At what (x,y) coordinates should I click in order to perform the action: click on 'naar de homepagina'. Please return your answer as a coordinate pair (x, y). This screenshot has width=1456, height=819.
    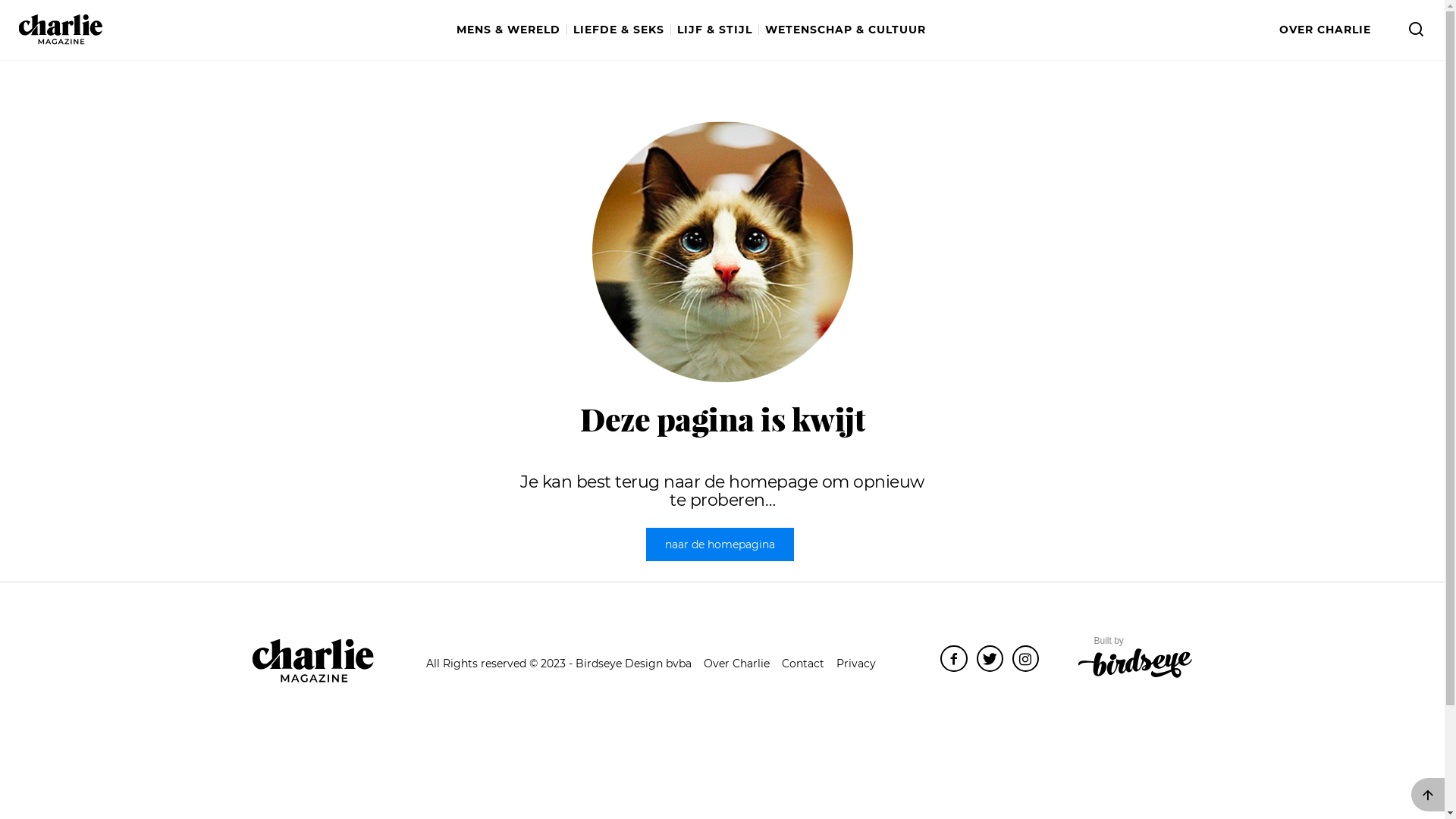
    Looking at the image, I should click on (719, 543).